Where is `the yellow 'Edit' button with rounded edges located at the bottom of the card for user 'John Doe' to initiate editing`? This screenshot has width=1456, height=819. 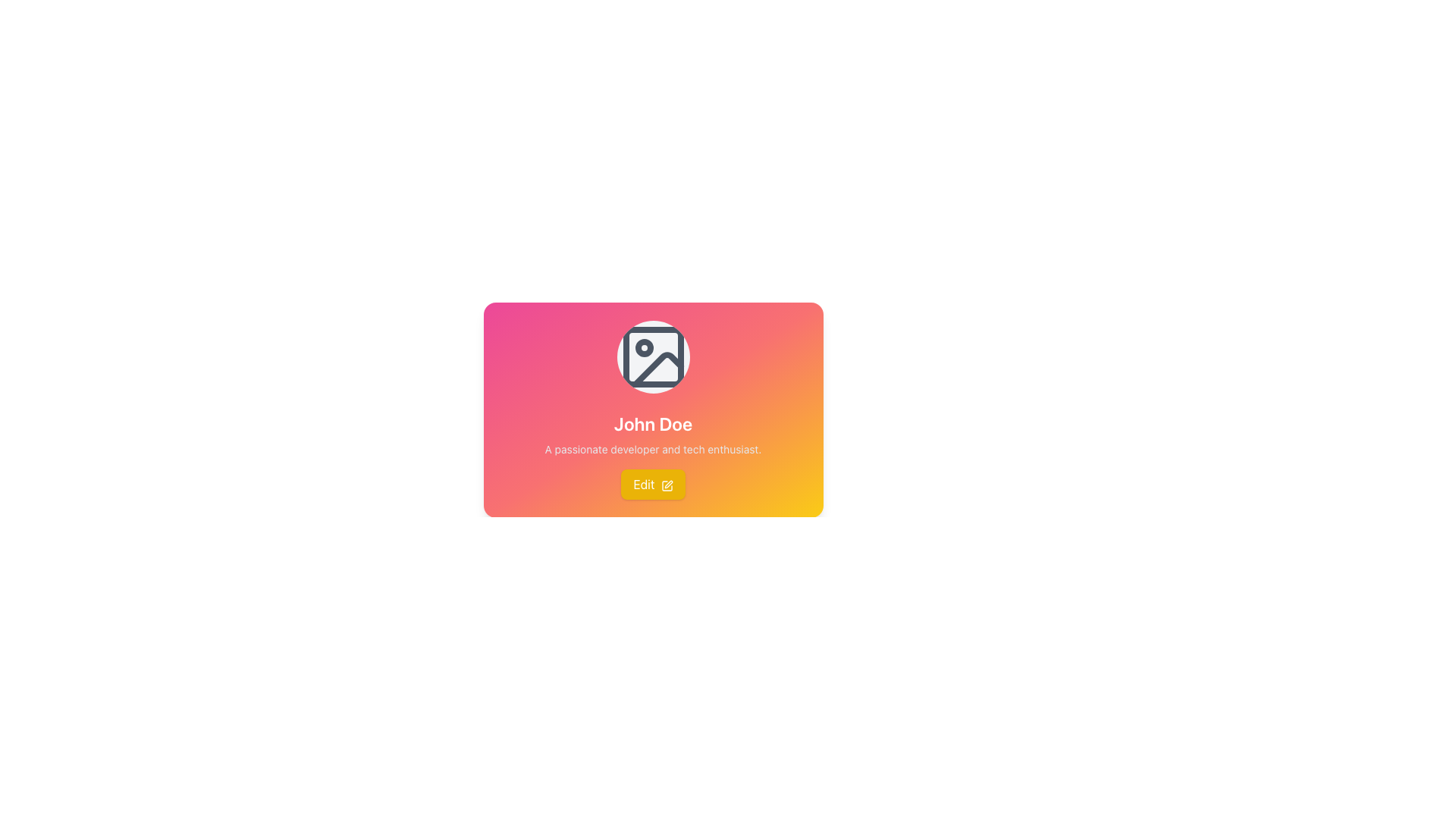 the yellow 'Edit' button with rounded edges located at the bottom of the card for user 'John Doe' to initiate editing is located at coordinates (653, 485).